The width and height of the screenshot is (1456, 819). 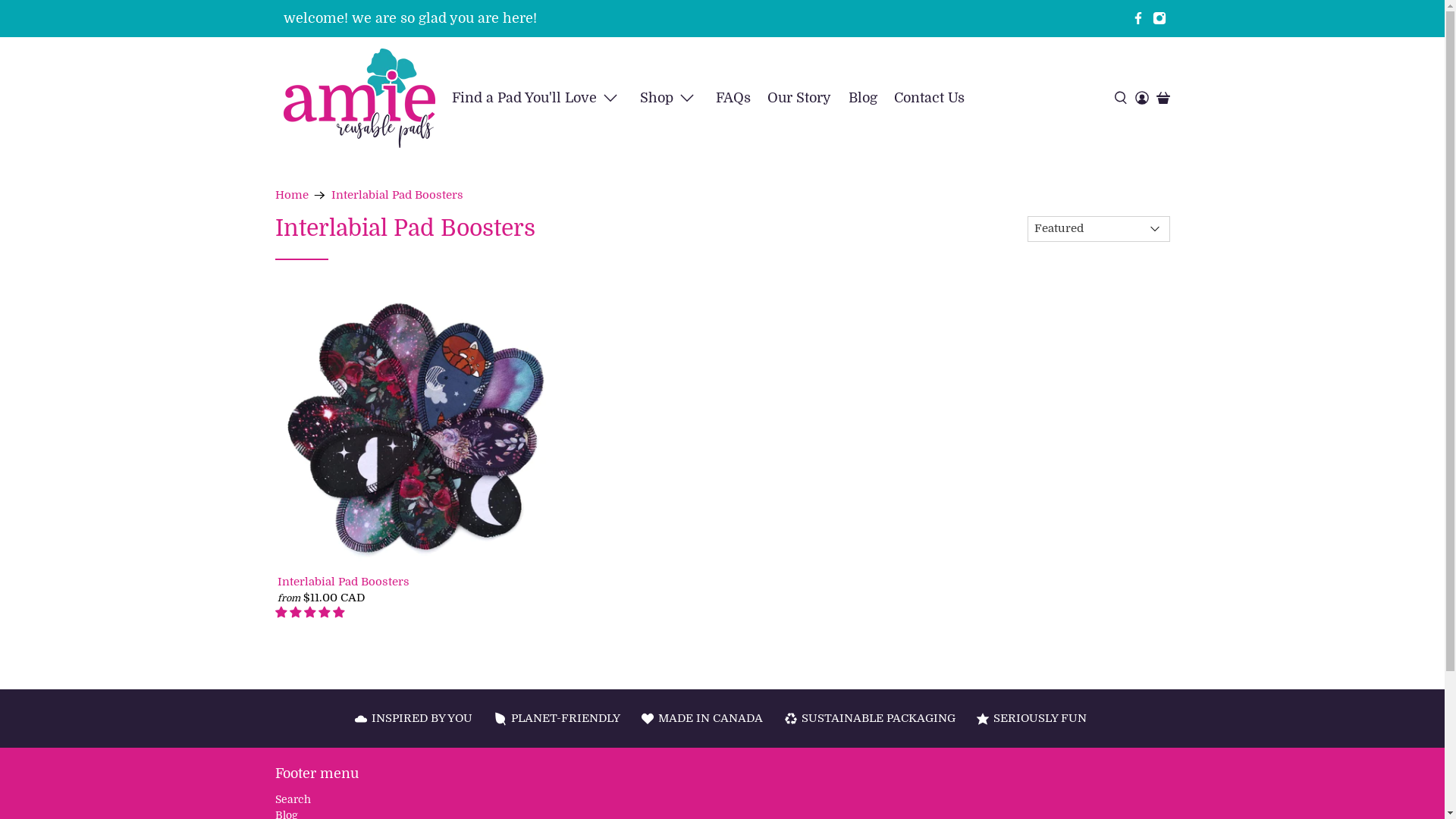 I want to click on 'Find a Pad You'll Love', so click(x=537, y=98).